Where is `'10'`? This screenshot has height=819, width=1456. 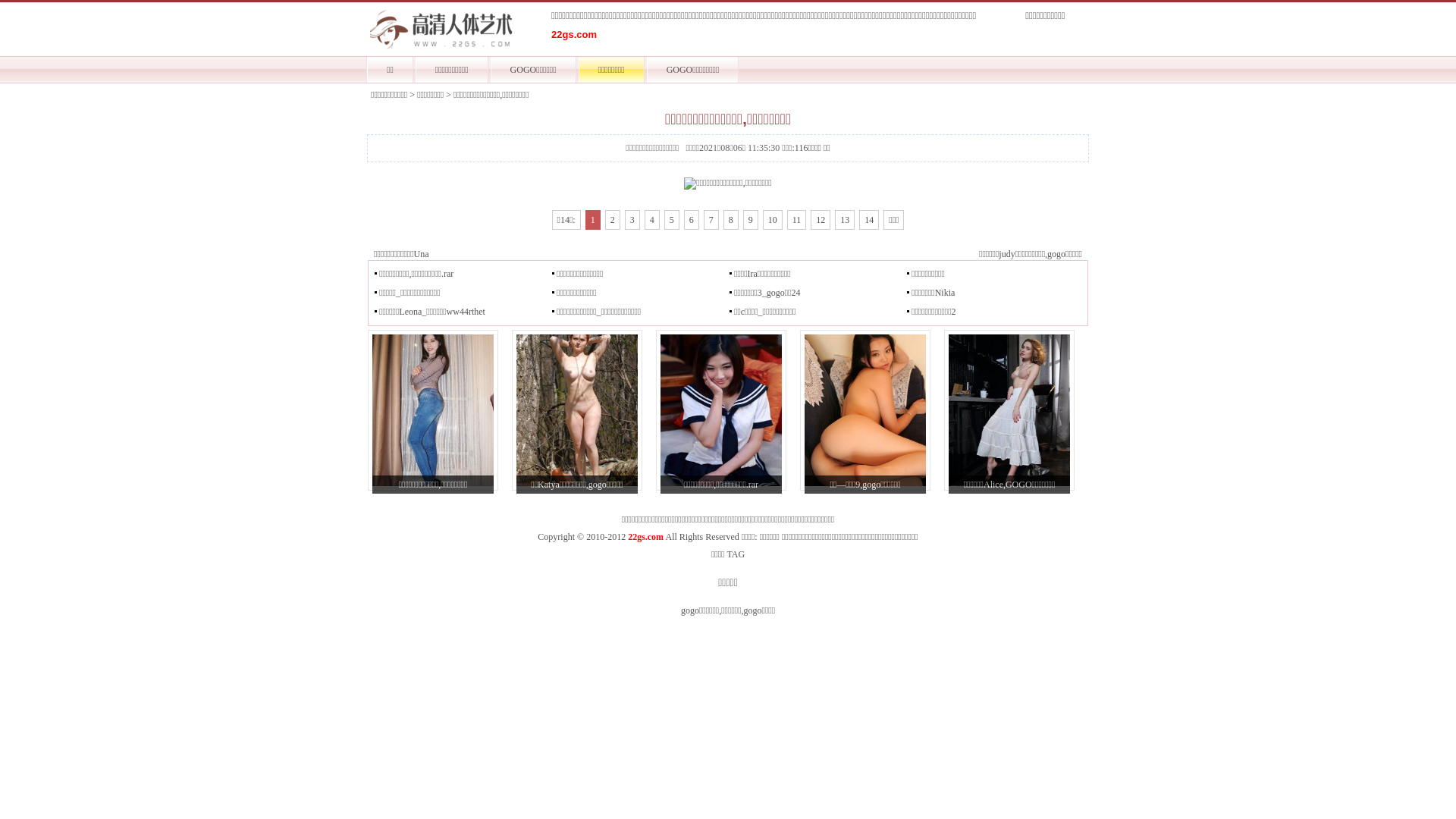 '10' is located at coordinates (772, 219).